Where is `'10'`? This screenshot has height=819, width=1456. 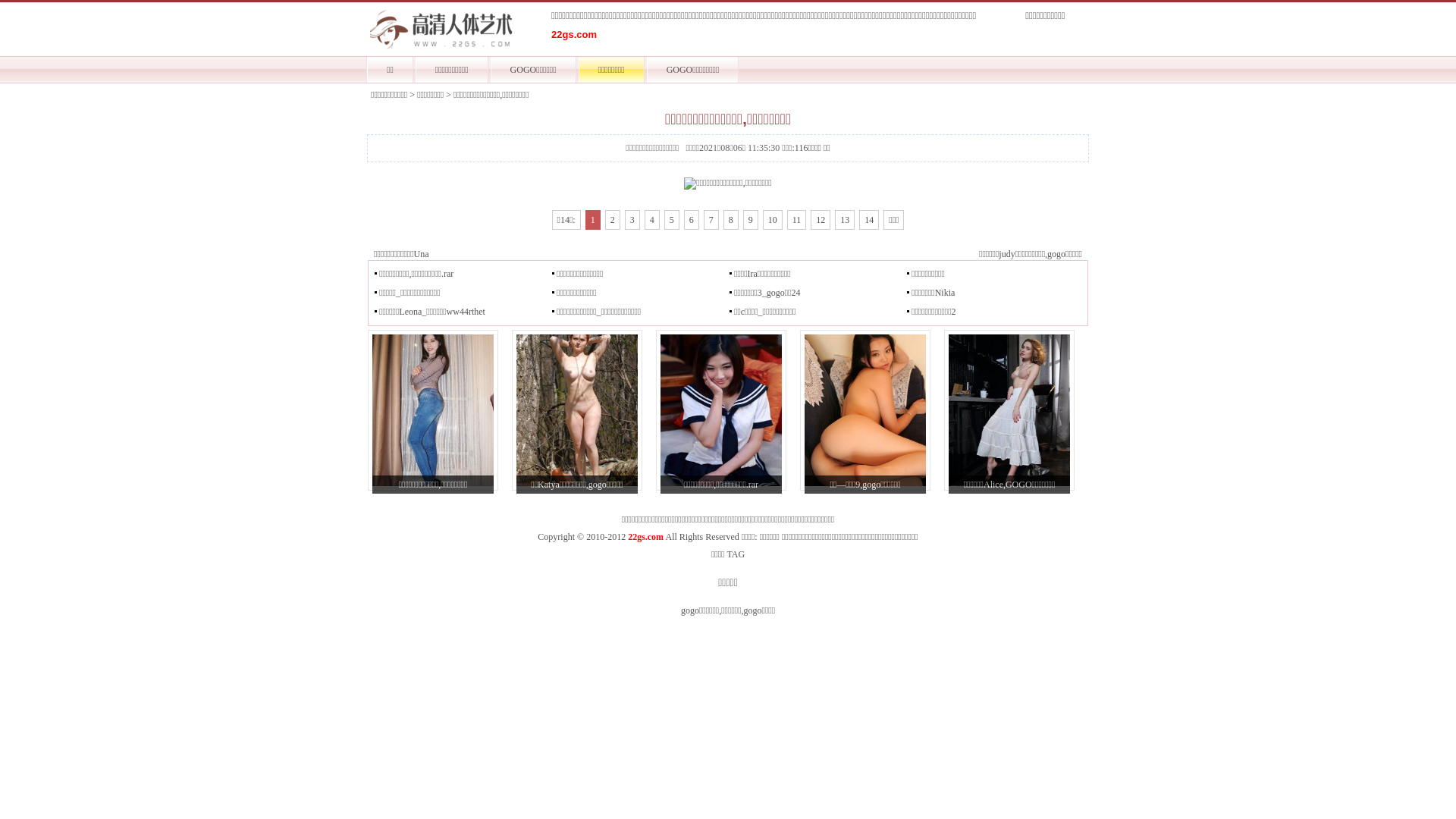 '10' is located at coordinates (772, 219).